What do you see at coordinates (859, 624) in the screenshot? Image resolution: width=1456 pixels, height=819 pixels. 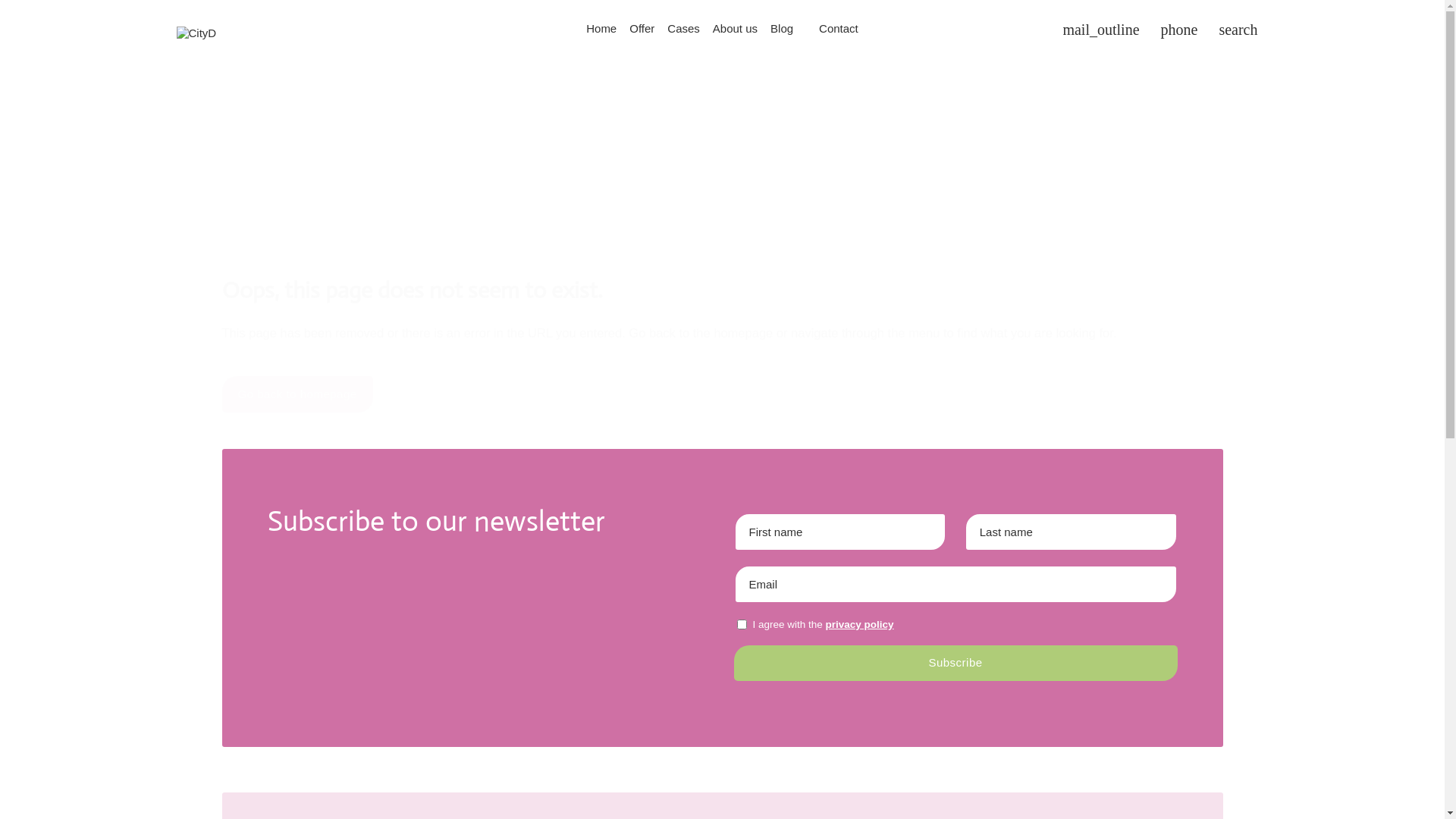 I see `'privacy policy'` at bounding box center [859, 624].